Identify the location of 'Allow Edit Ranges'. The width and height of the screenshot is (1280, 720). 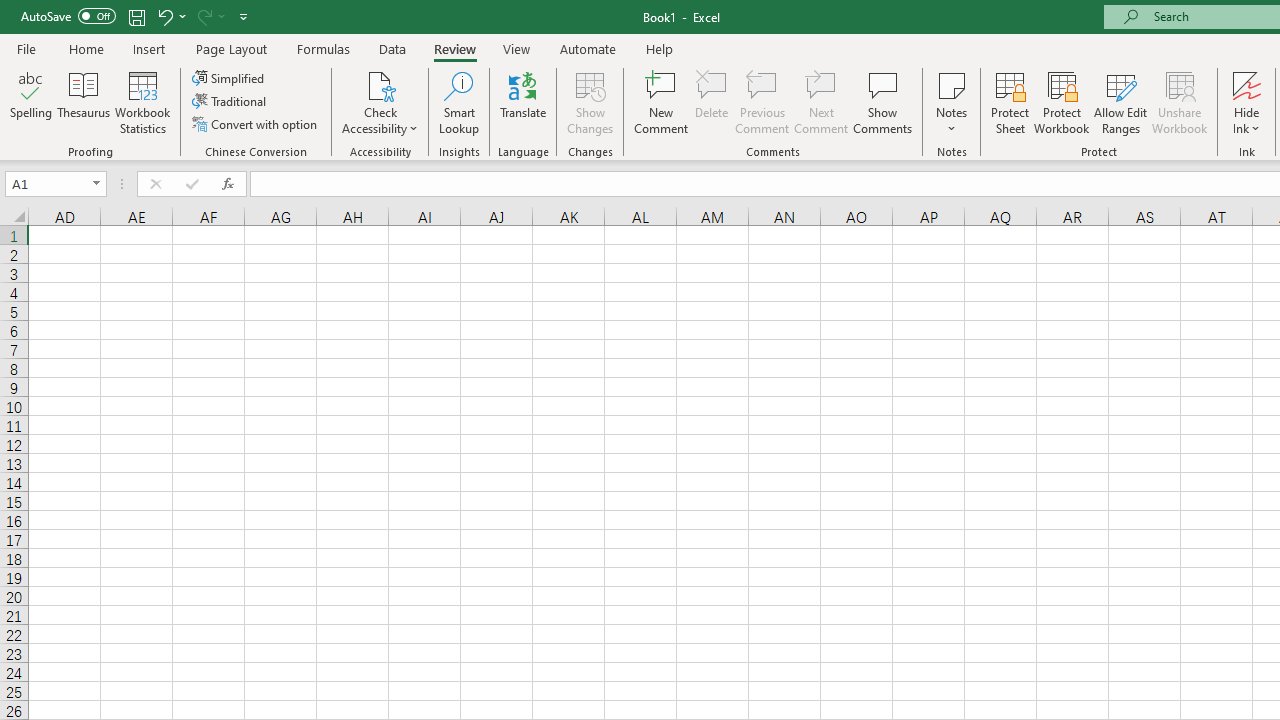
(1120, 103).